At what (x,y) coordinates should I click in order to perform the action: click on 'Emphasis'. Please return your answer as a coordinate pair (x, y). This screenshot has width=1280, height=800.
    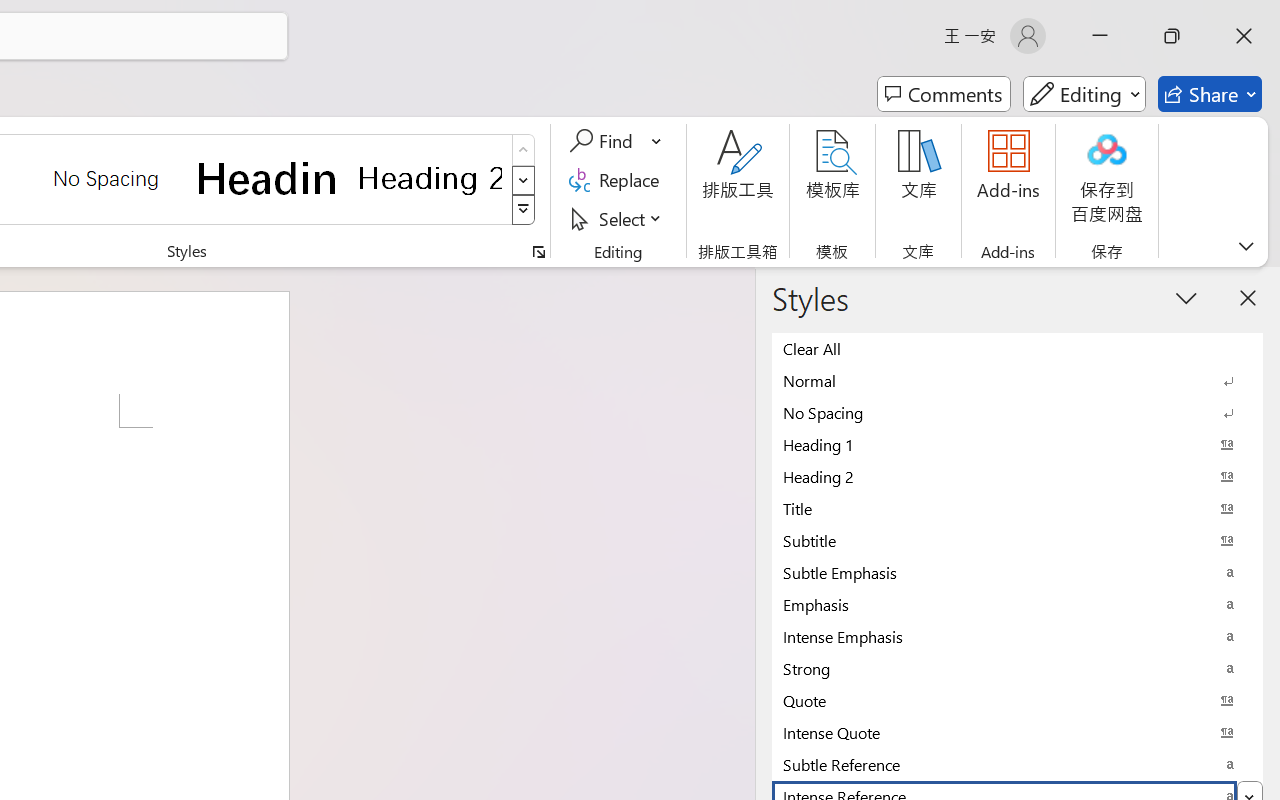
    Looking at the image, I should click on (1017, 604).